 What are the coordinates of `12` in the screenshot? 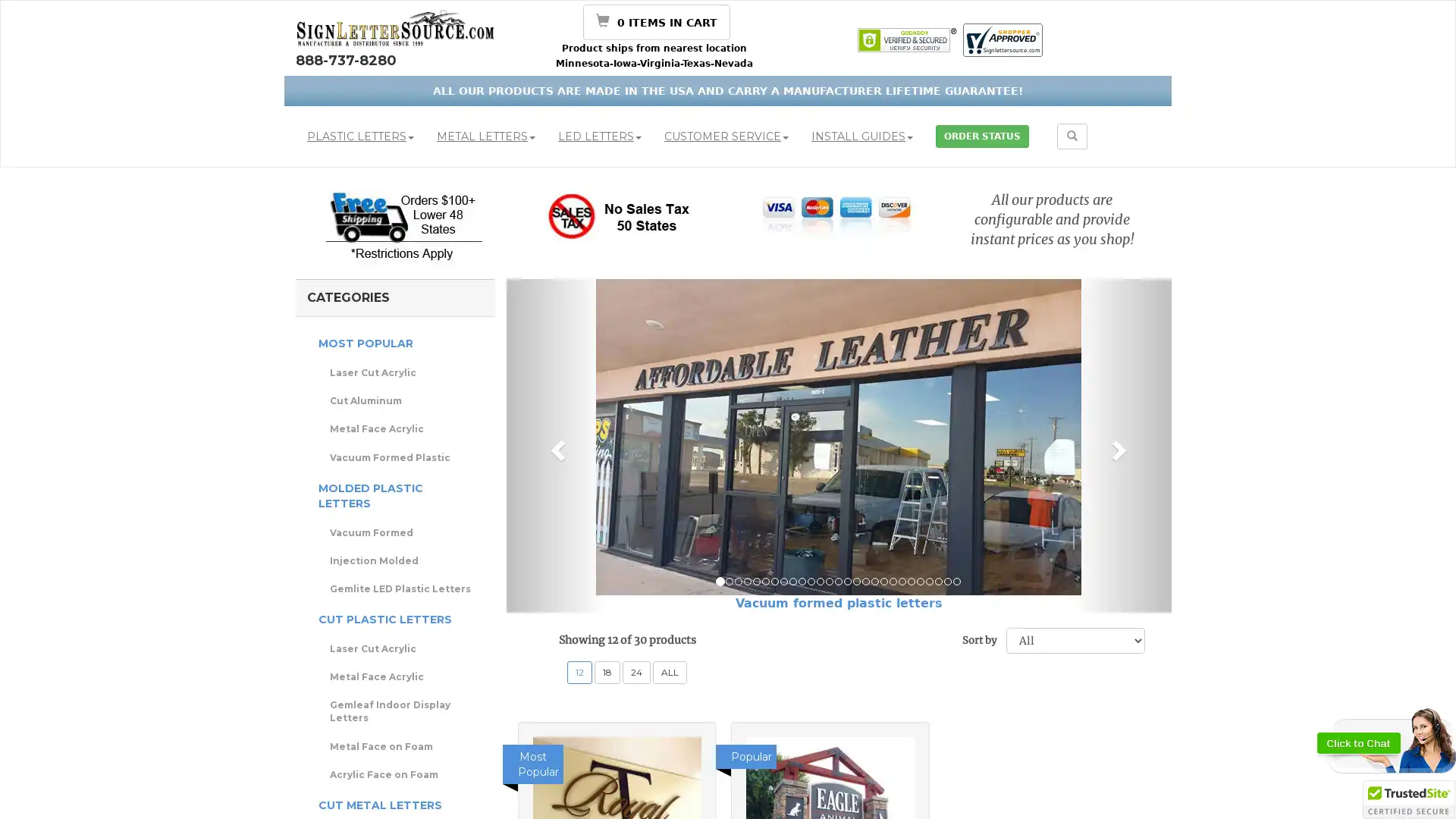 It's located at (579, 672).